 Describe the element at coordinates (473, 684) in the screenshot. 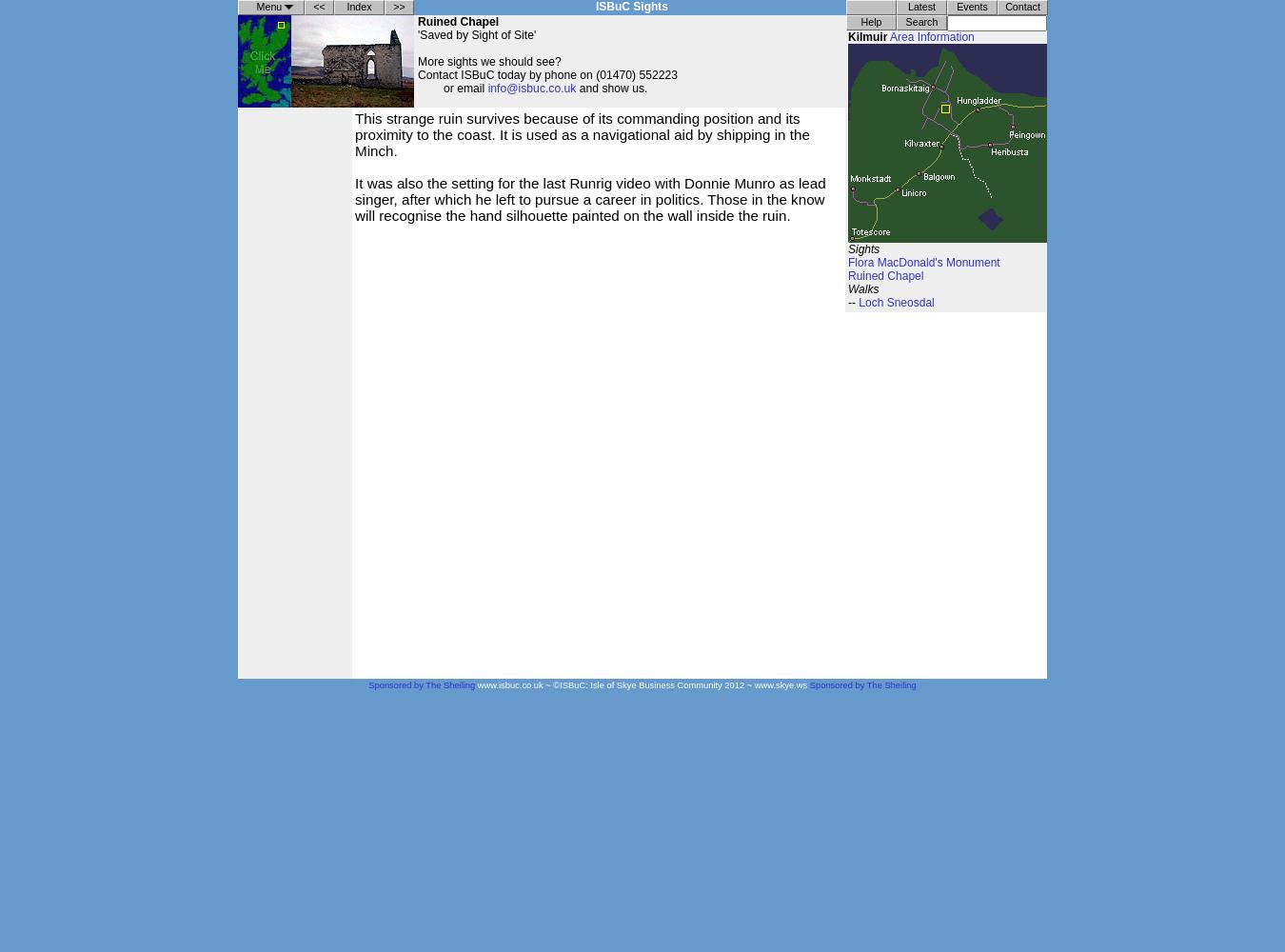

I see `'www.isbuc.co.uk ~ ©ISBuC: Isle of Skye Business Community 2012 ~ www.skye.ws'` at that location.